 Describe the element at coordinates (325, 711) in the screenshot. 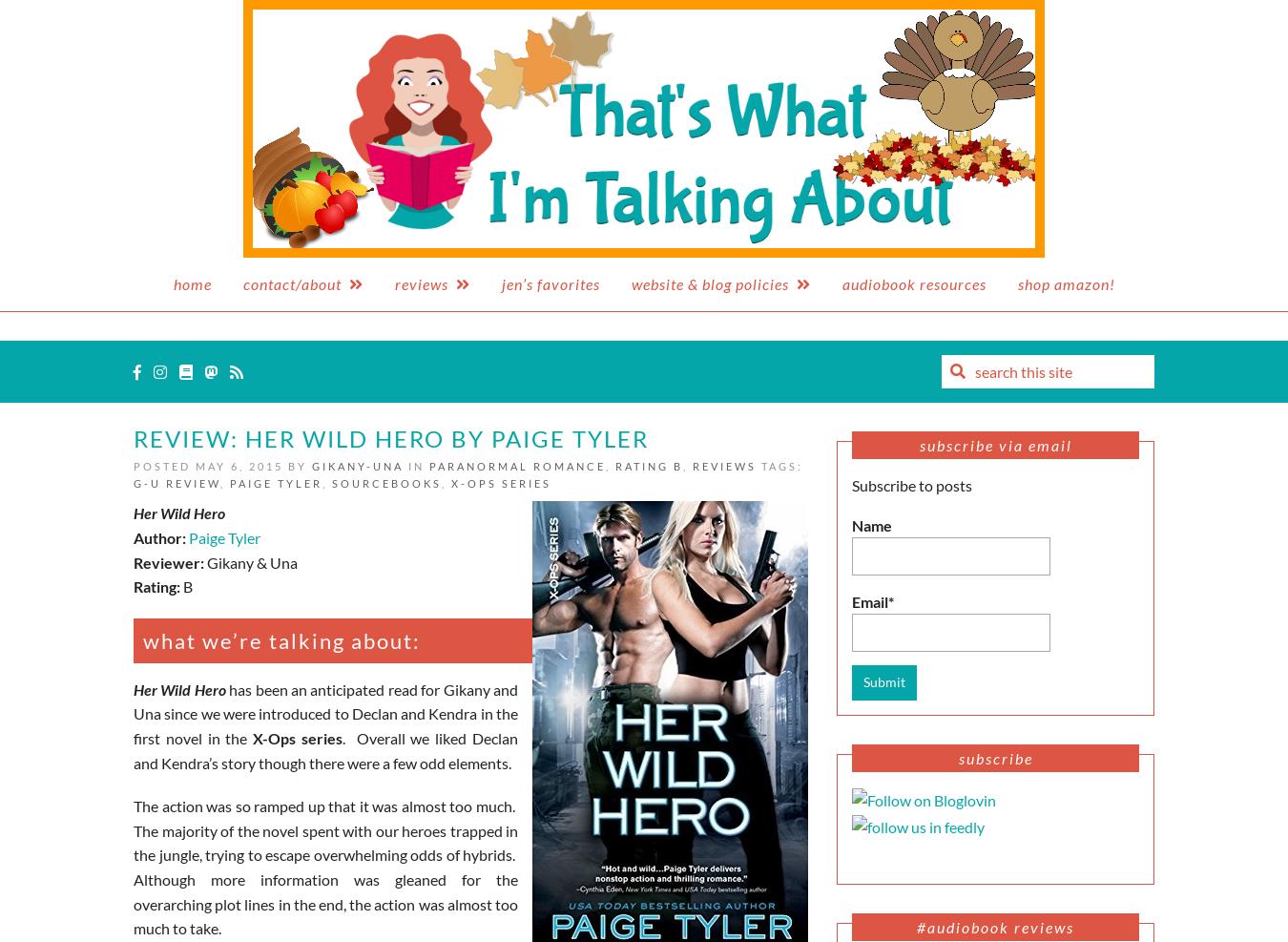

I see `'has been an anticipated read for Gikany and Una since we were introduced to Declan and Kendra in the first novel in the'` at that location.